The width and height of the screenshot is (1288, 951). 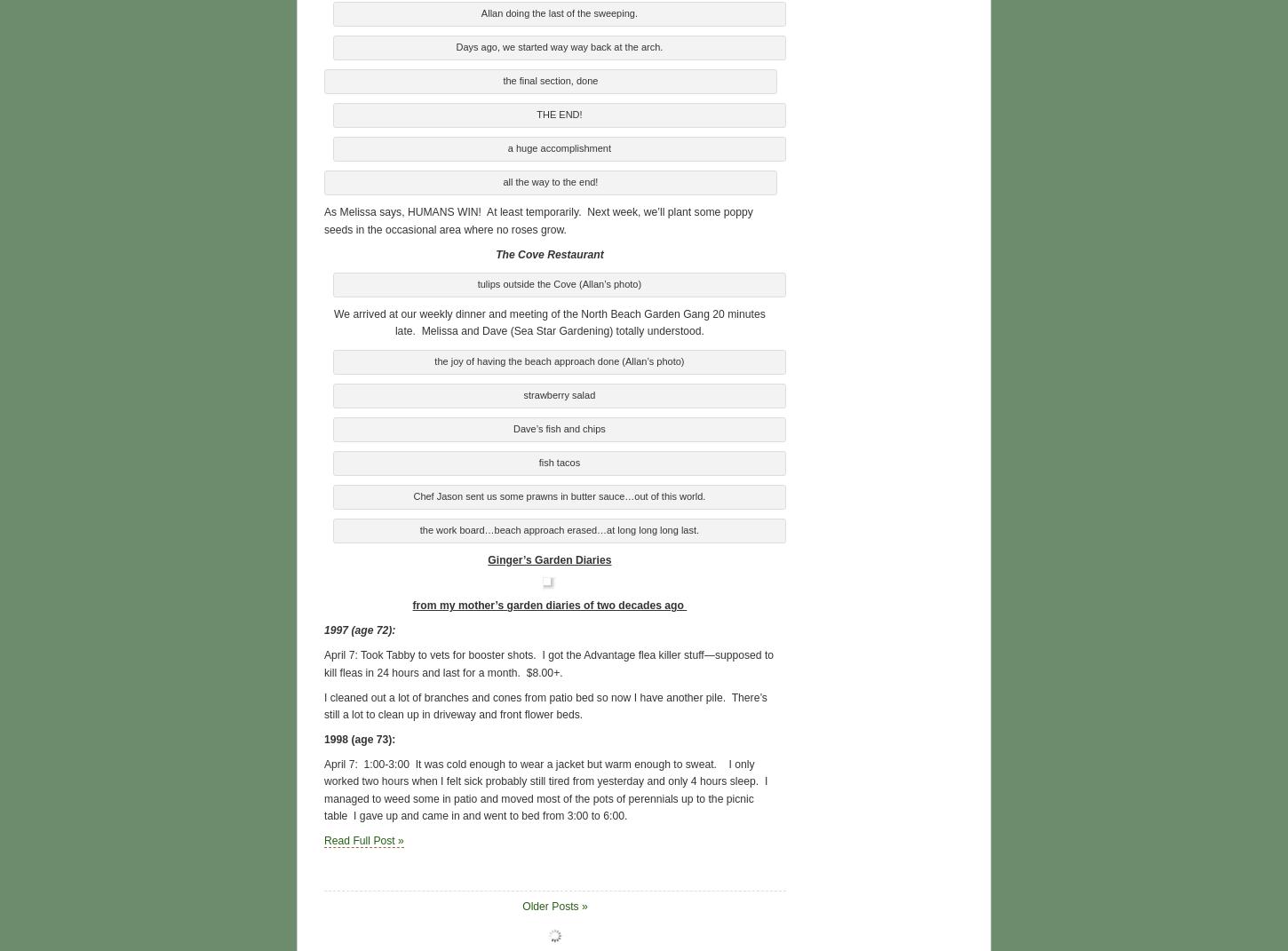 What do you see at coordinates (544, 702) in the screenshot?
I see `'I cleaned out a lot of branches and cones from patio bed so now I have another pile.  There’s still a lot to clean up in driveway and front flower beds.'` at bounding box center [544, 702].